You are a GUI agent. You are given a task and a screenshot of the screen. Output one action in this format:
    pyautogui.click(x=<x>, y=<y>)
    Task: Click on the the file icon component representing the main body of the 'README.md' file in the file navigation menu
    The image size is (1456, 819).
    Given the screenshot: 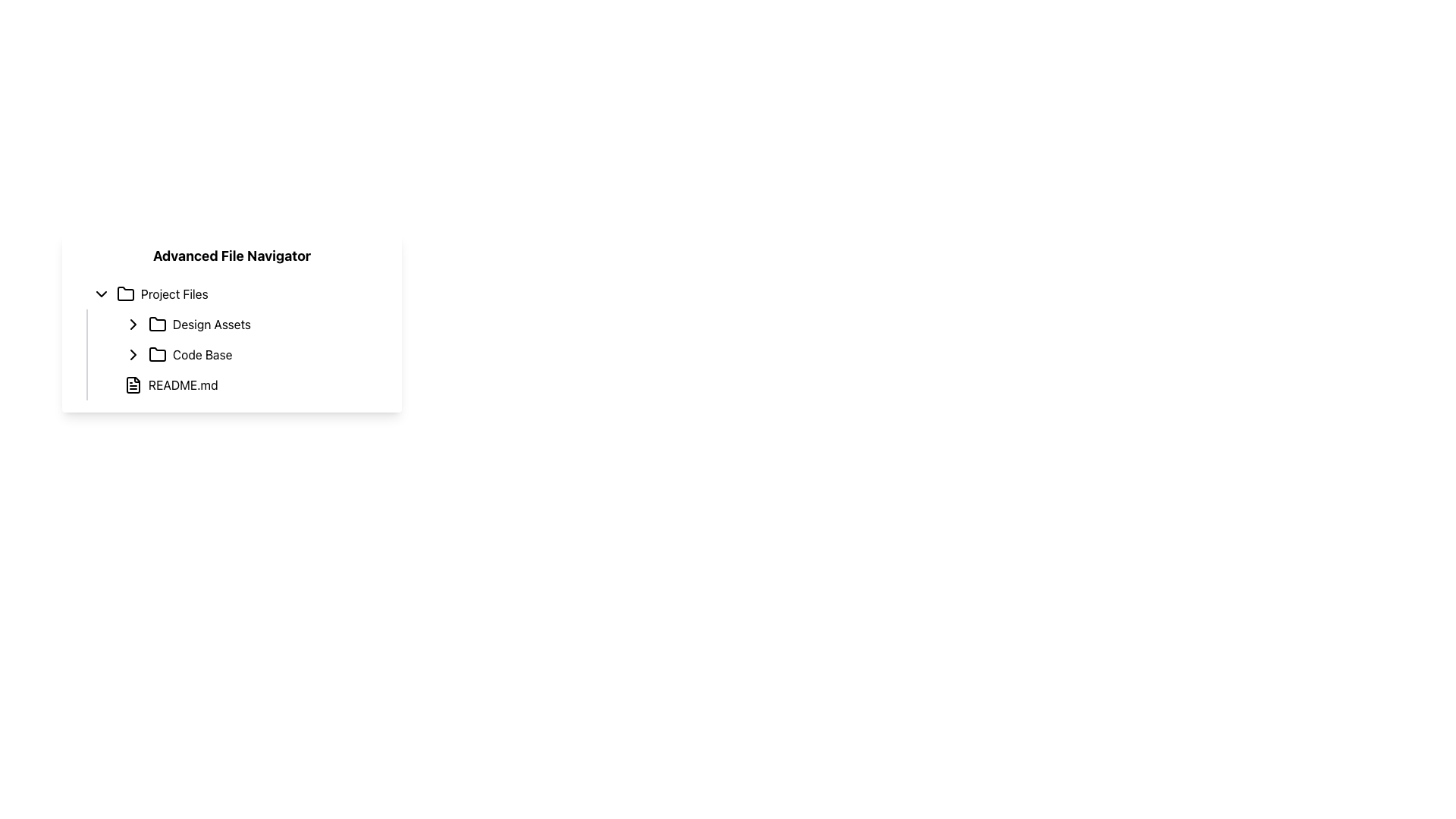 What is the action you would take?
    pyautogui.click(x=133, y=384)
    